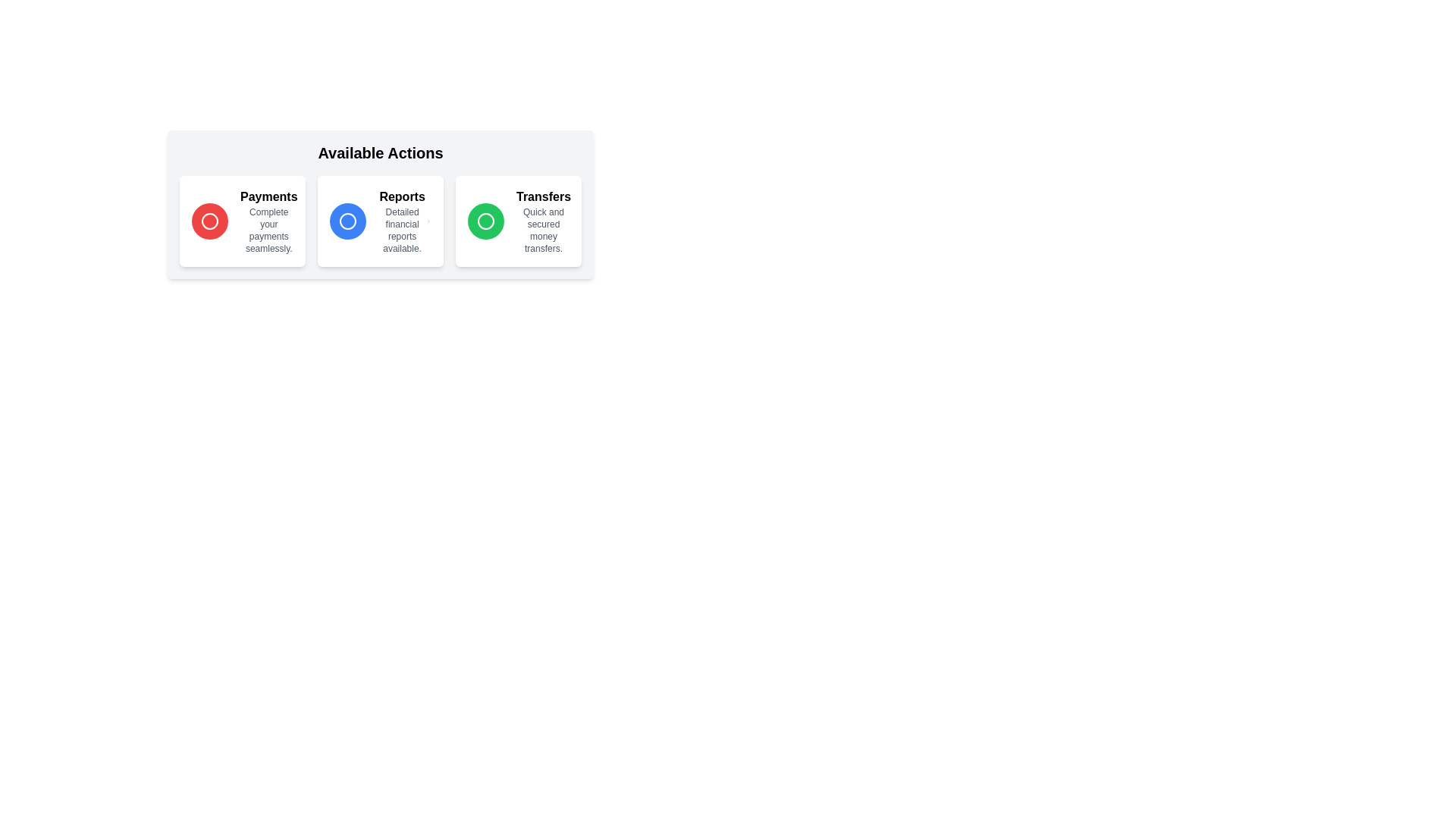 The height and width of the screenshot is (819, 1456). Describe the element at coordinates (486, 221) in the screenshot. I see `the center circle of the SVG Circle Graphics in the 'Transfers' section to visually distinguish it as part of the 'Transfers' action` at that location.